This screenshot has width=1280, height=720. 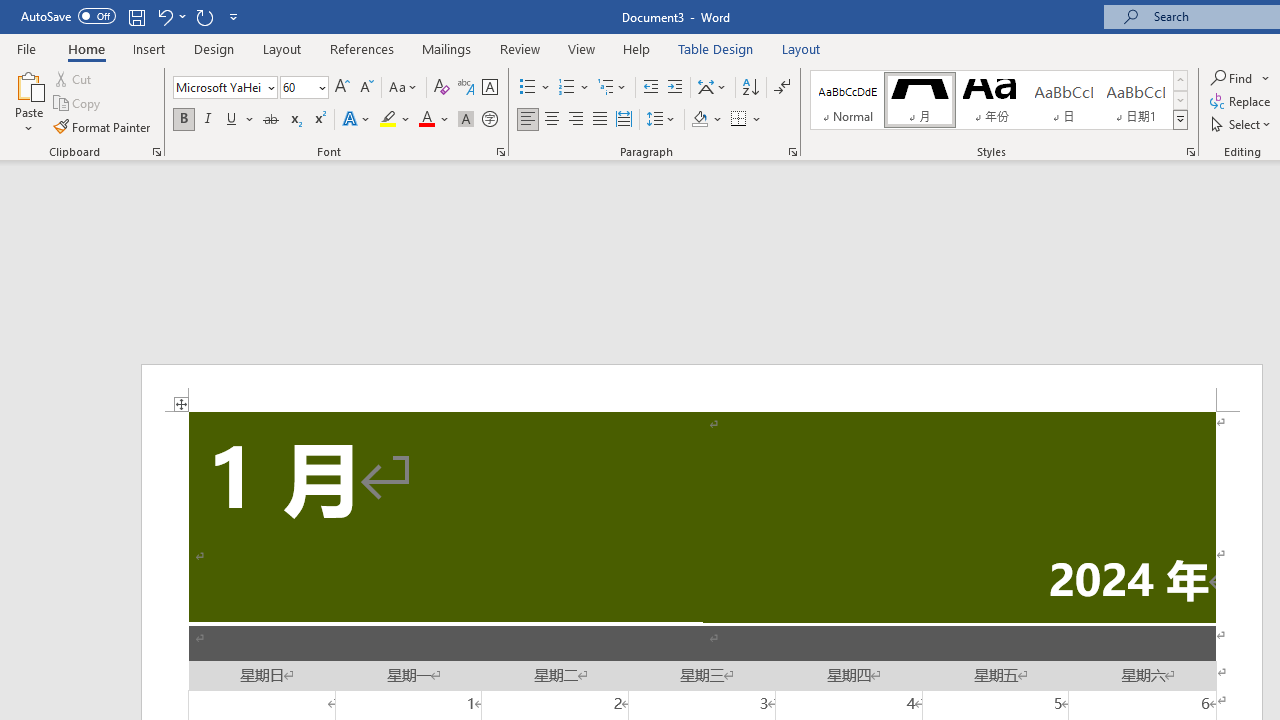 I want to click on 'Underline', so click(x=232, y=119).